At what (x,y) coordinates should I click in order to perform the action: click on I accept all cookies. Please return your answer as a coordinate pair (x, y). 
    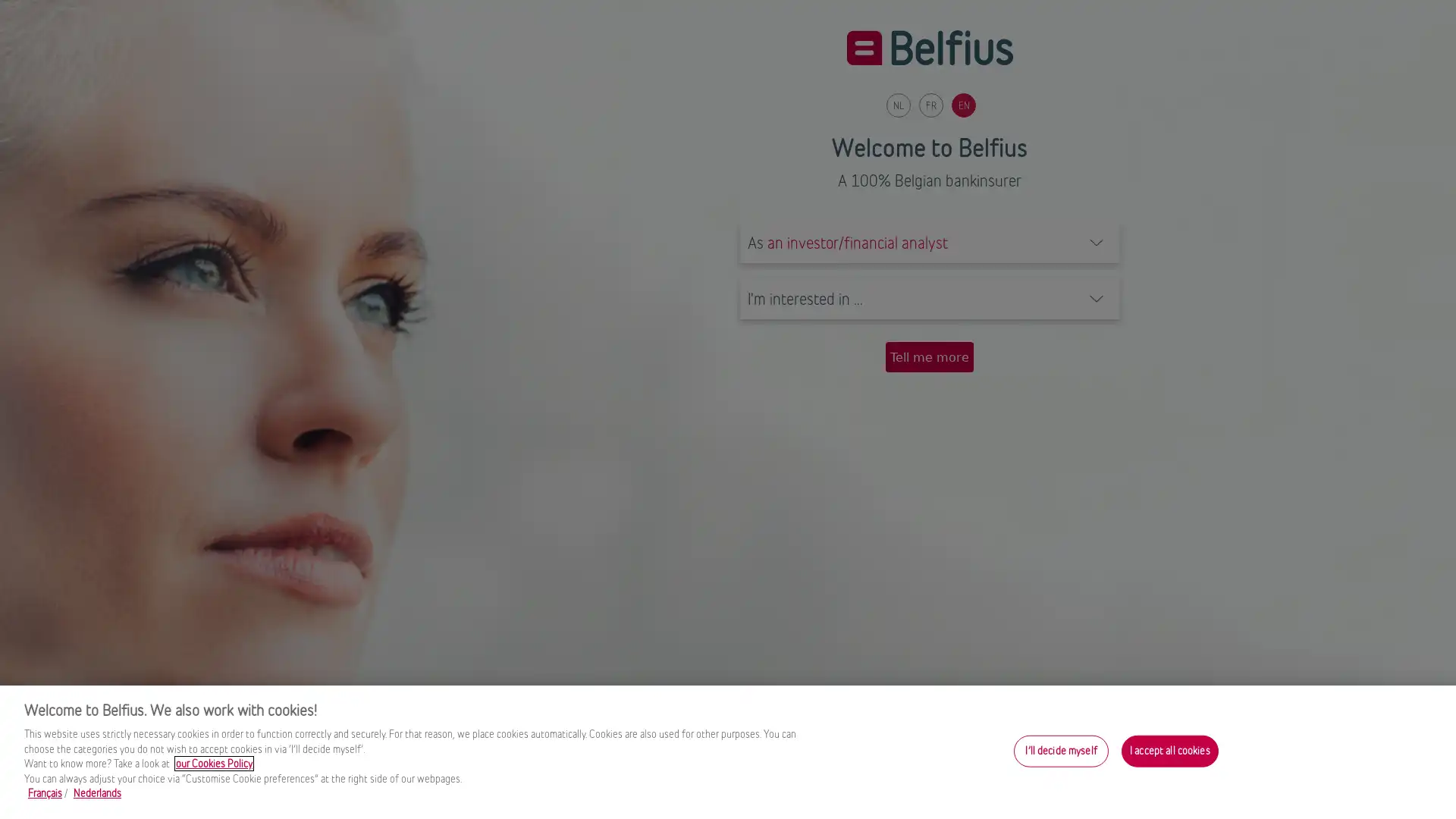
    Looking at the image, I should click on (1169, 751).